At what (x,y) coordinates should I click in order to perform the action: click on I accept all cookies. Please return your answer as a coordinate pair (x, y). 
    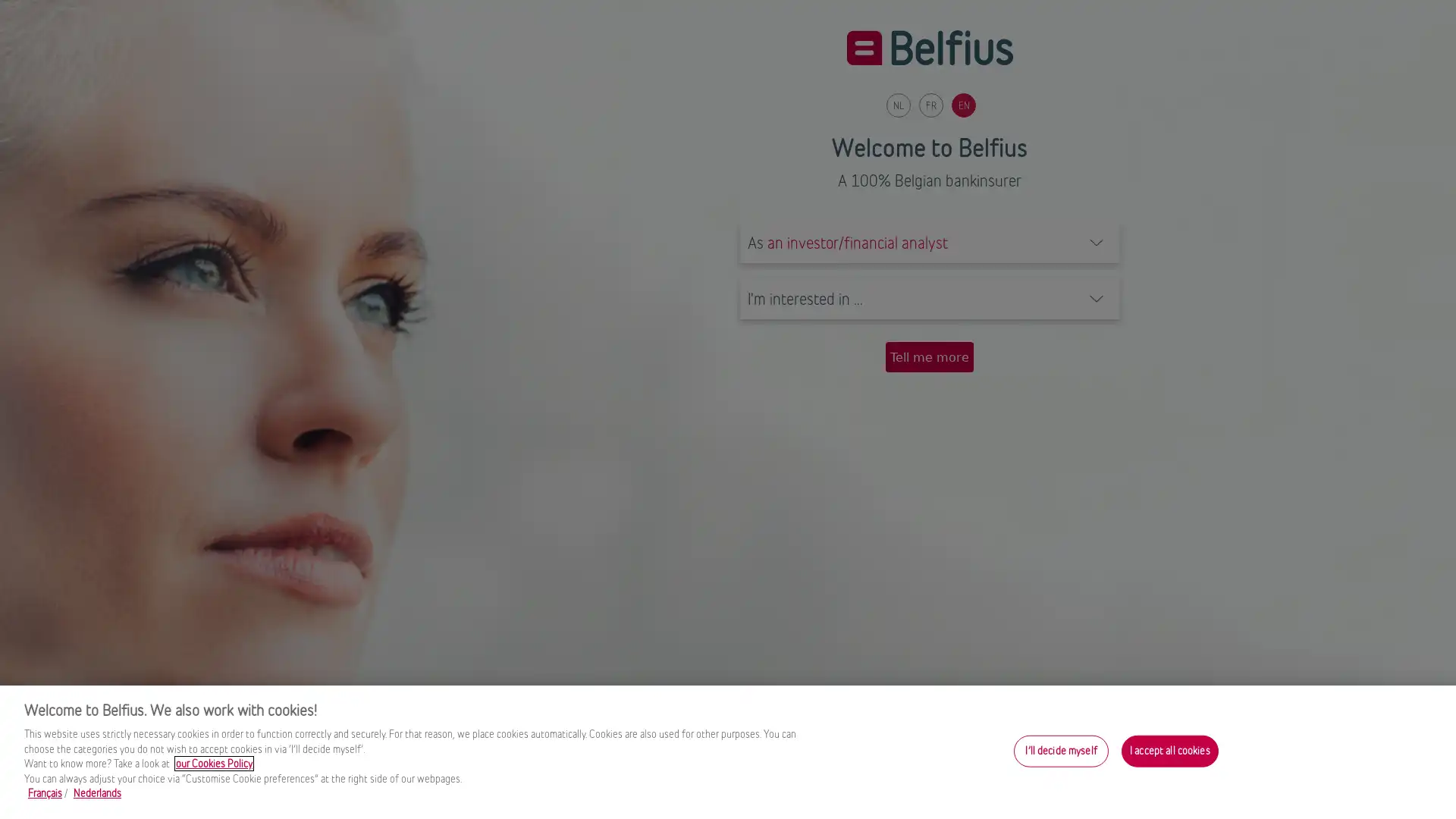
    Looking at the image, I should click on (1169, 751).